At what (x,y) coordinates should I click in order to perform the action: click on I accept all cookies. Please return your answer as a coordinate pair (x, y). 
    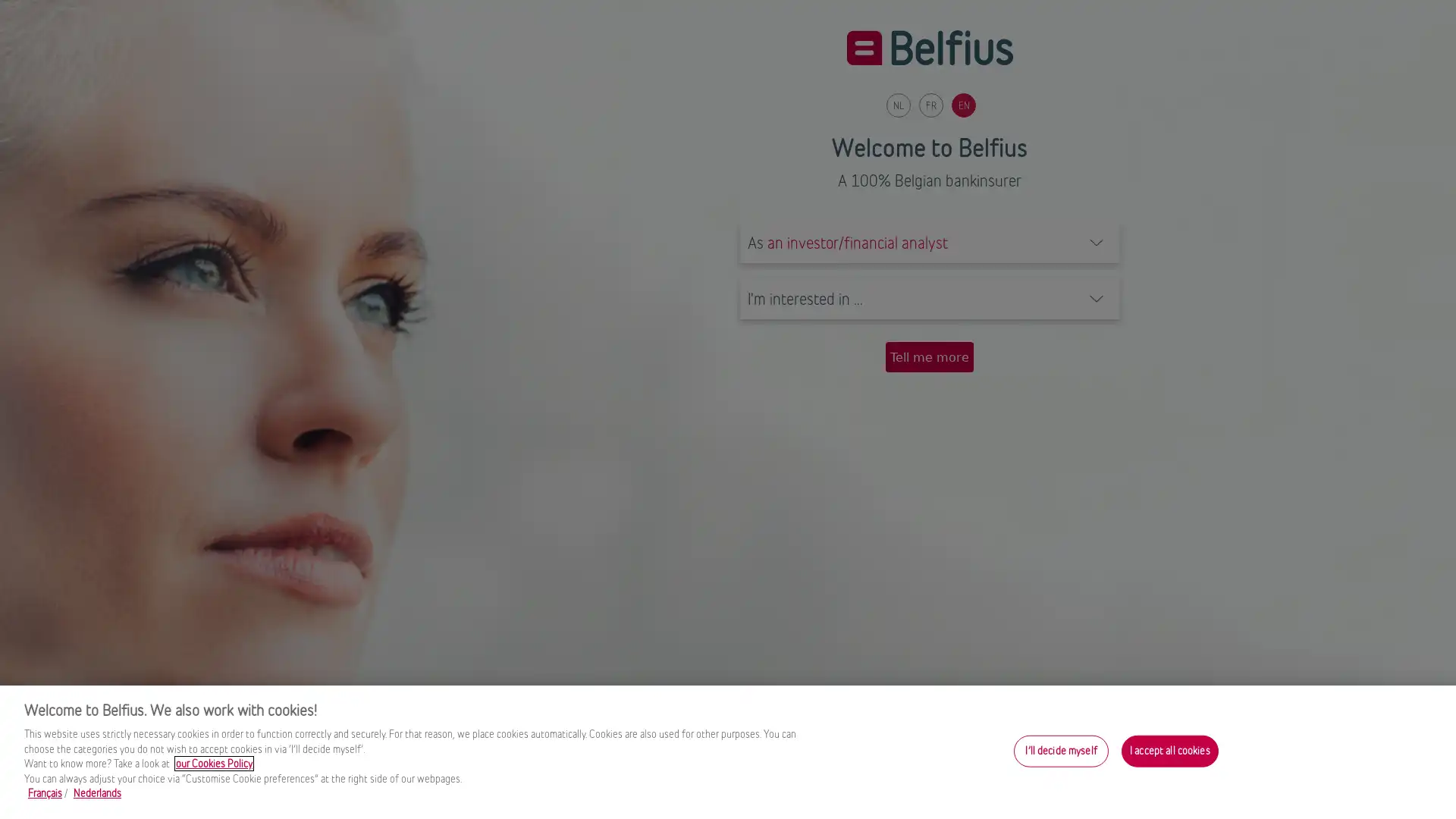
    Looking at the image, I should click on (1169, 751).